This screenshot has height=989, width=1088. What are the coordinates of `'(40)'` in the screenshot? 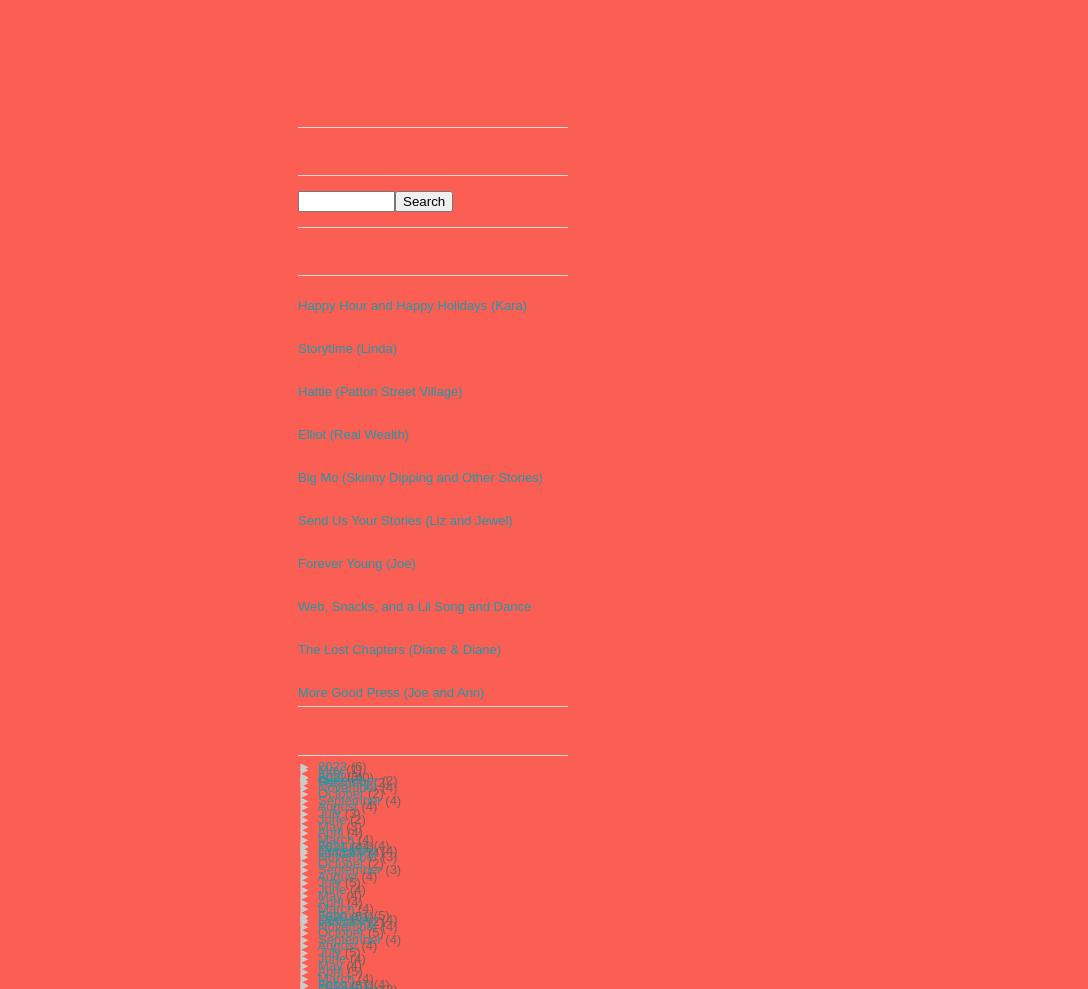 It's located at (350, 775).